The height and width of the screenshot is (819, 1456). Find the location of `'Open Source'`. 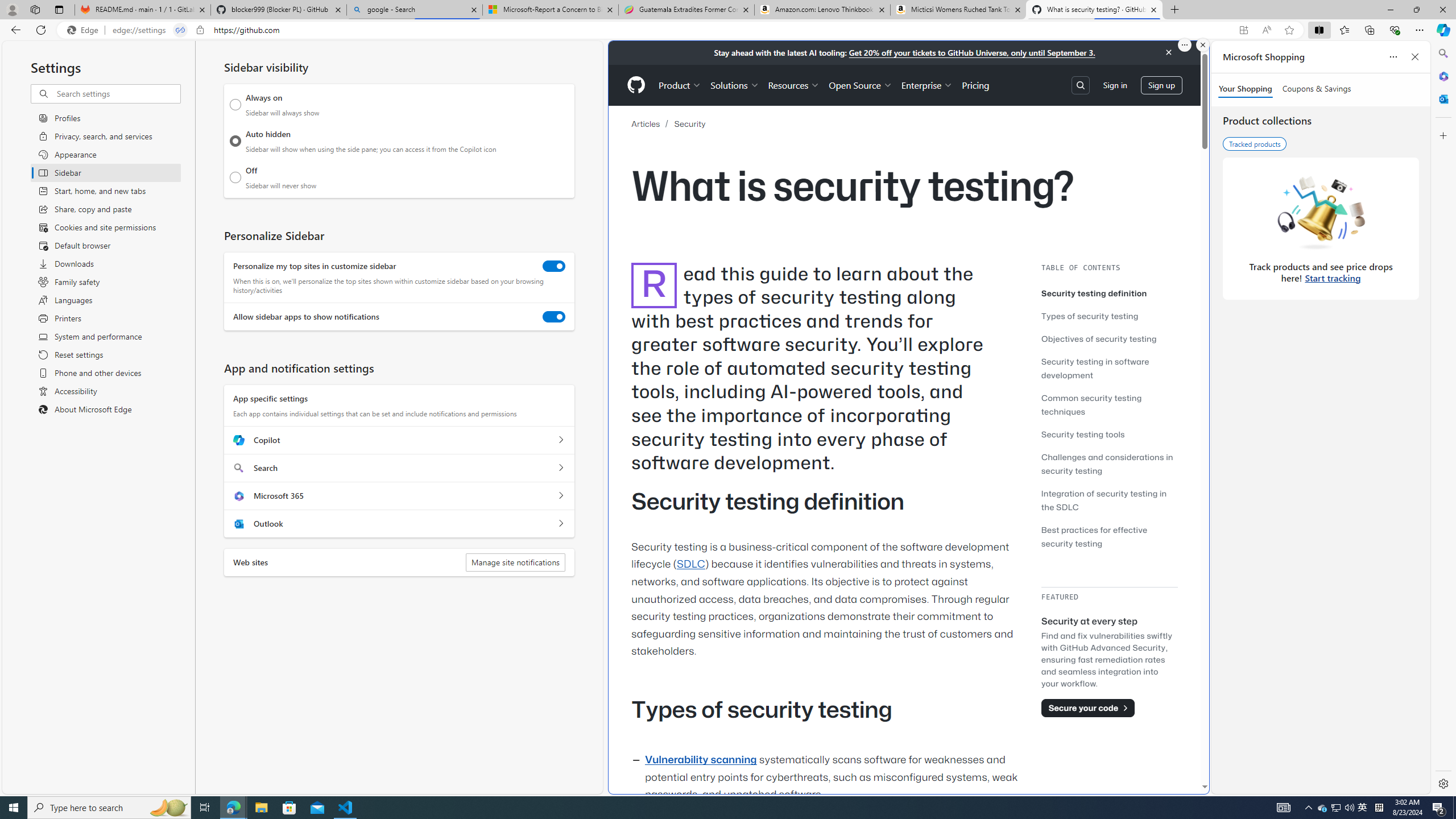

'Open Source' is located at coordinates (860, 85).